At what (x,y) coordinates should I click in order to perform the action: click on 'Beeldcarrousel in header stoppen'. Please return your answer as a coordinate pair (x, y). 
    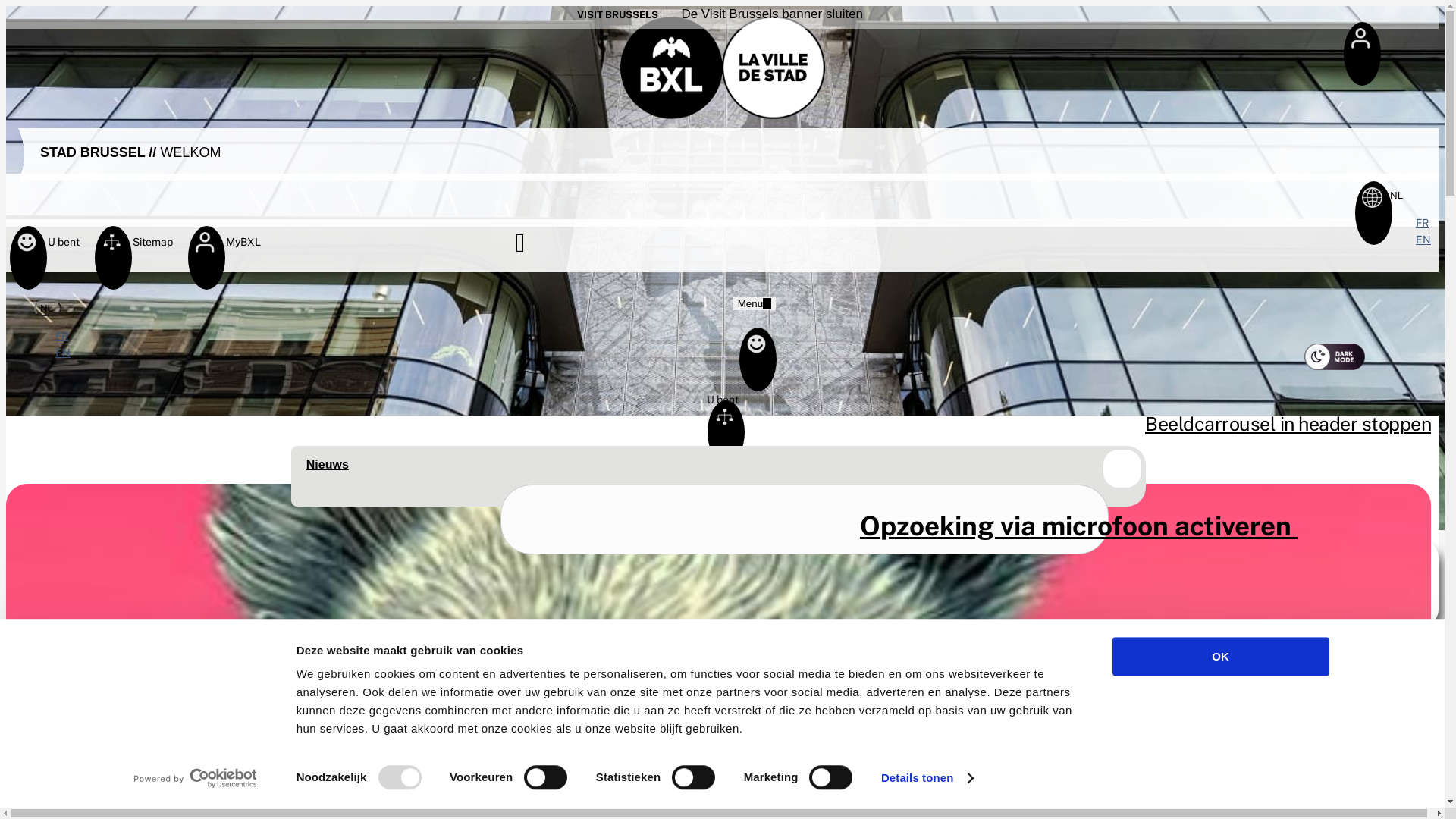
    Looking at the image, I should click on (1287, 427).